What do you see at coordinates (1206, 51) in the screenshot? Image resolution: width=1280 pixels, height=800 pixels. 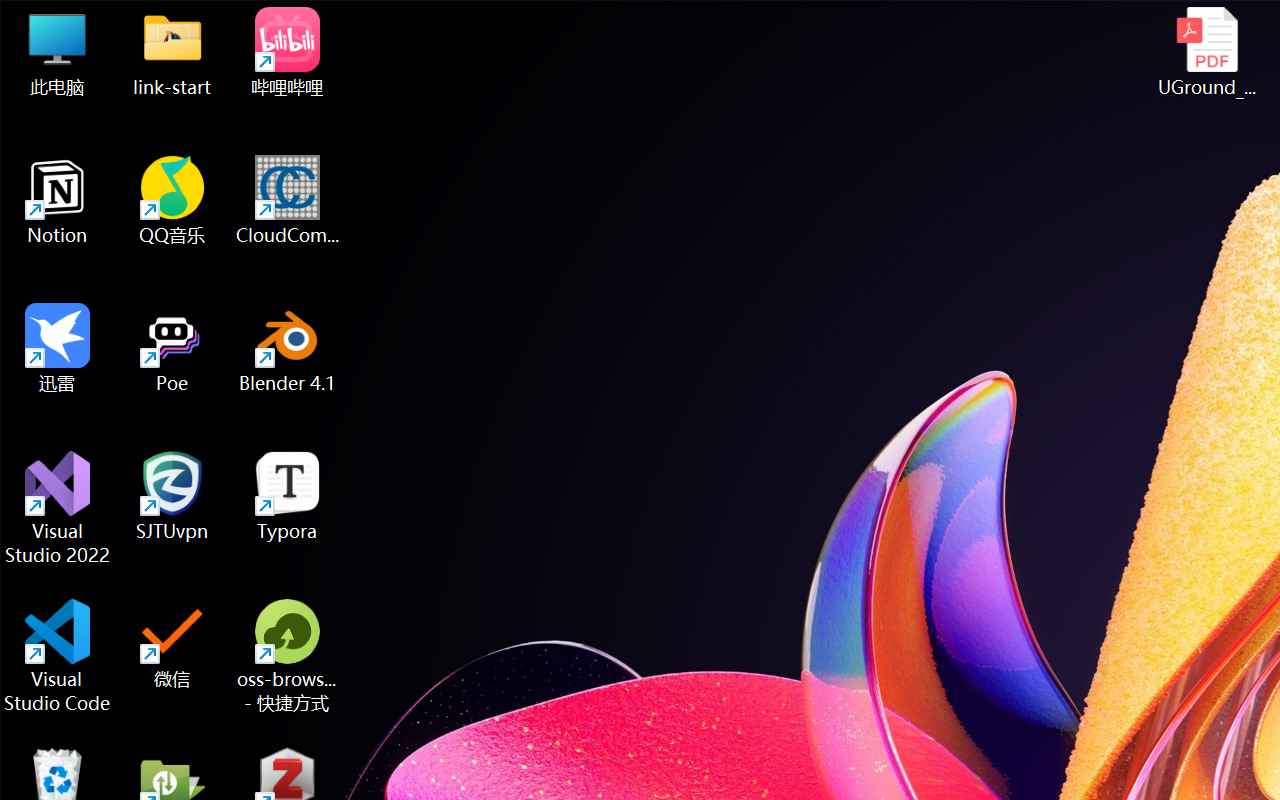 I see `'UGround_paper.pdf'` at bounding box center [1206, 51].